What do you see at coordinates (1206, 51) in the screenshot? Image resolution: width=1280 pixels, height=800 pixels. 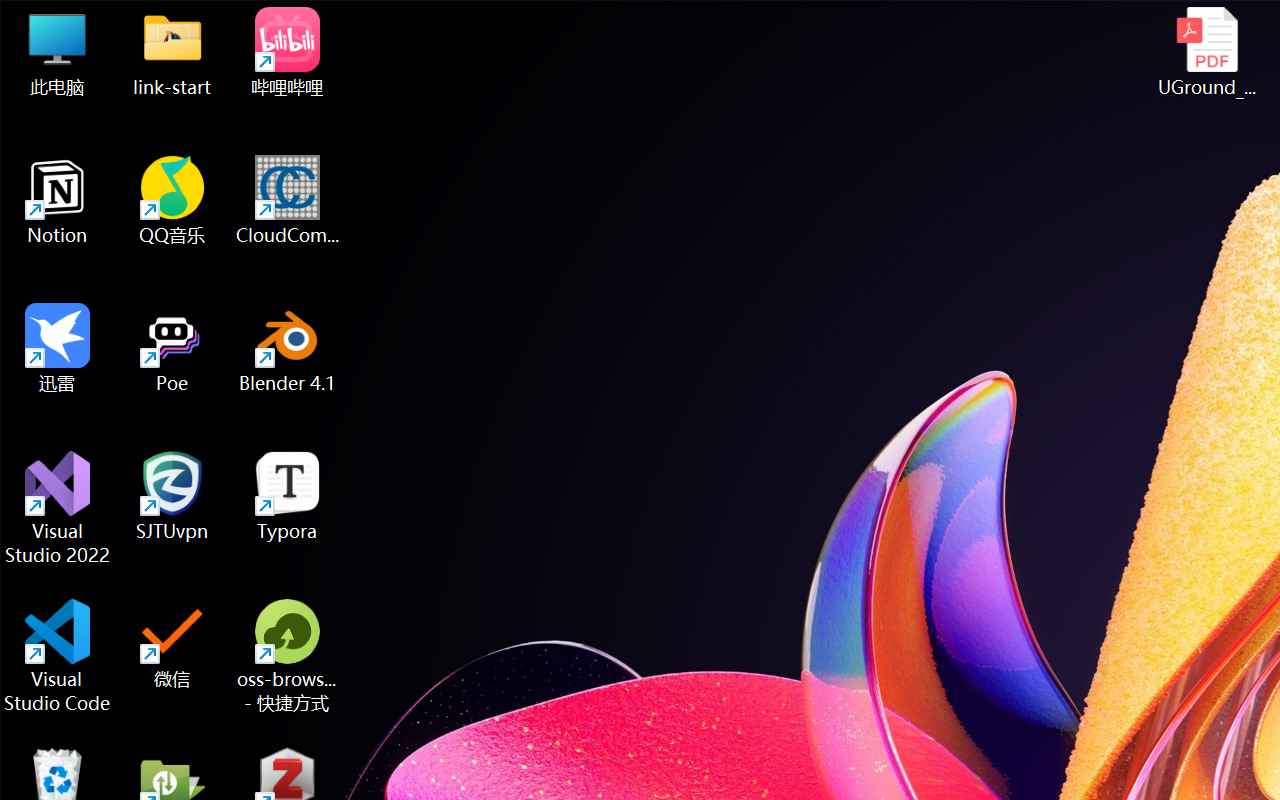 I see `'UGround_paper.pdf'` at bounding box center [1206, 51].